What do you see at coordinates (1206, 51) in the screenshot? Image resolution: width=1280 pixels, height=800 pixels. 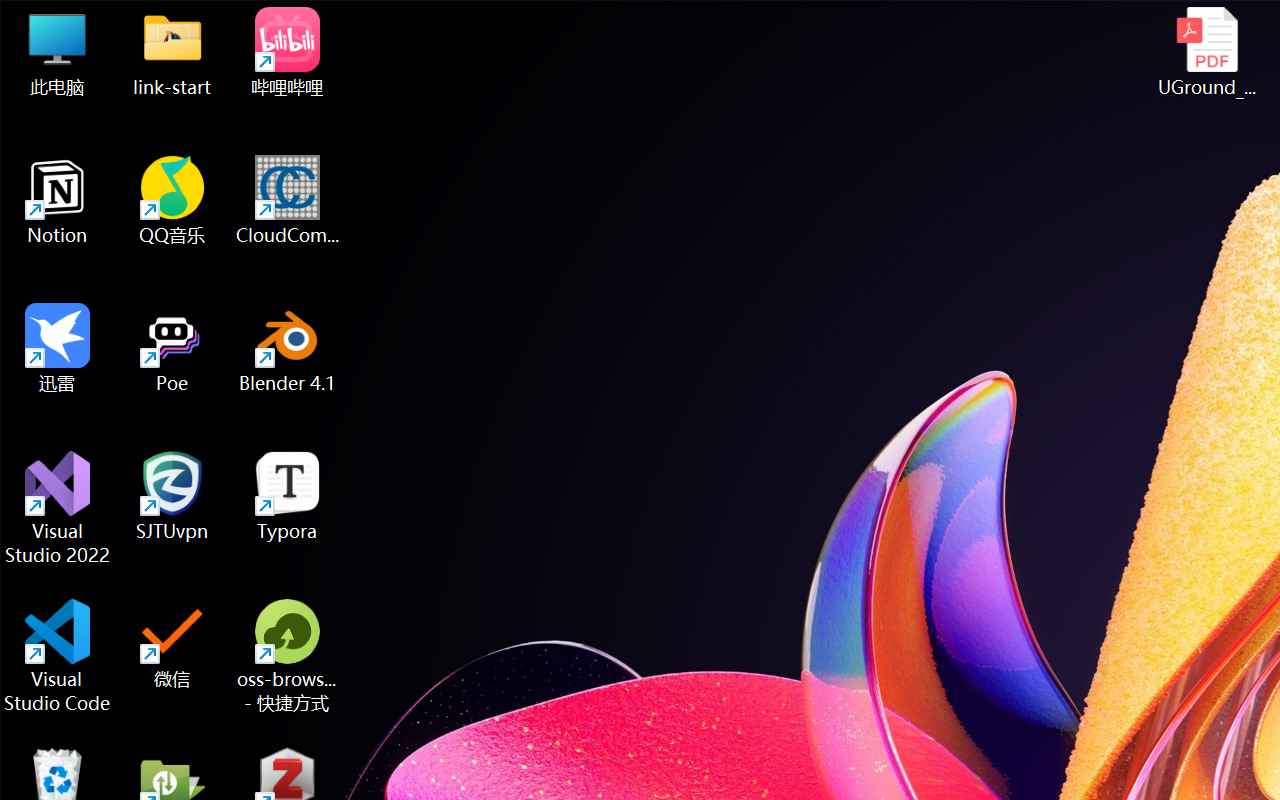 I see `'UGround_paper.pdf'` at bounding box center [1206, 51].